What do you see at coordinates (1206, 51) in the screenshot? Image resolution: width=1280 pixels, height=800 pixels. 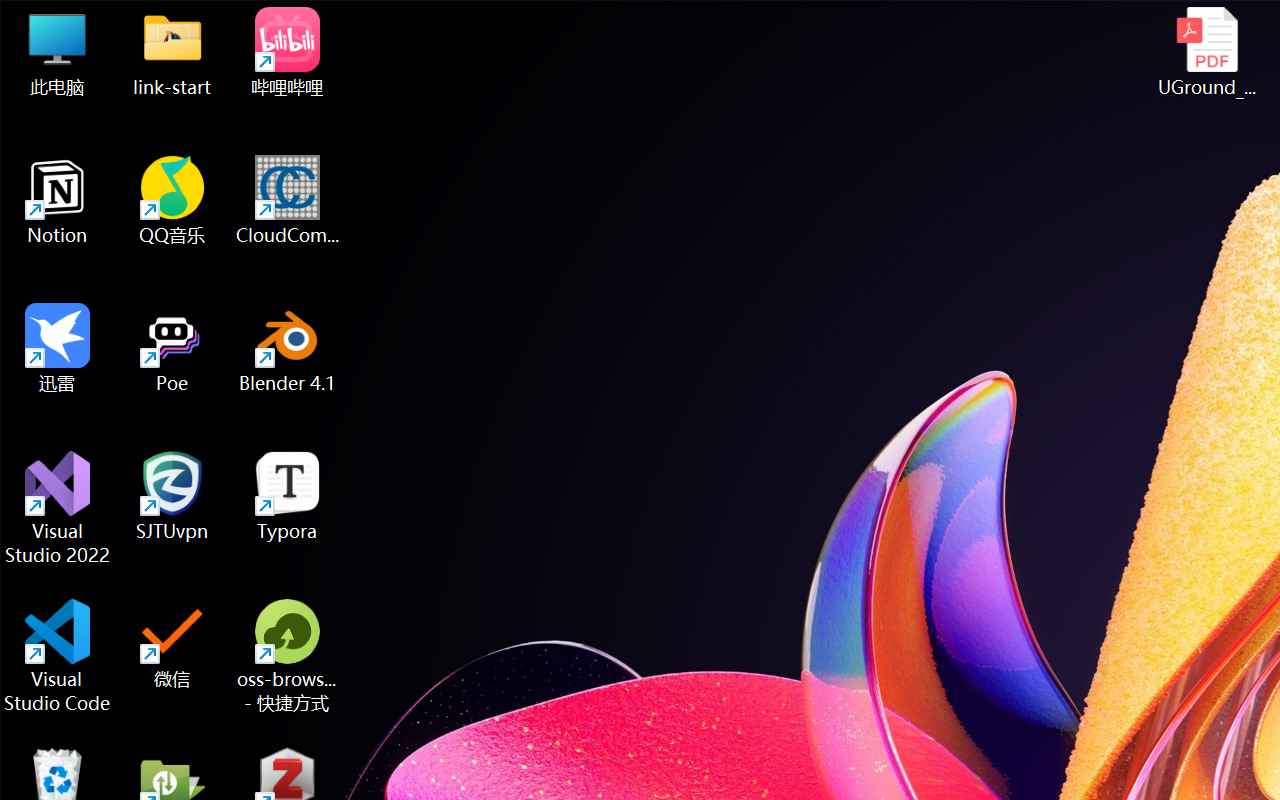 I see `'UGround_paper.pdf'` at bounding box center [1206, 51].